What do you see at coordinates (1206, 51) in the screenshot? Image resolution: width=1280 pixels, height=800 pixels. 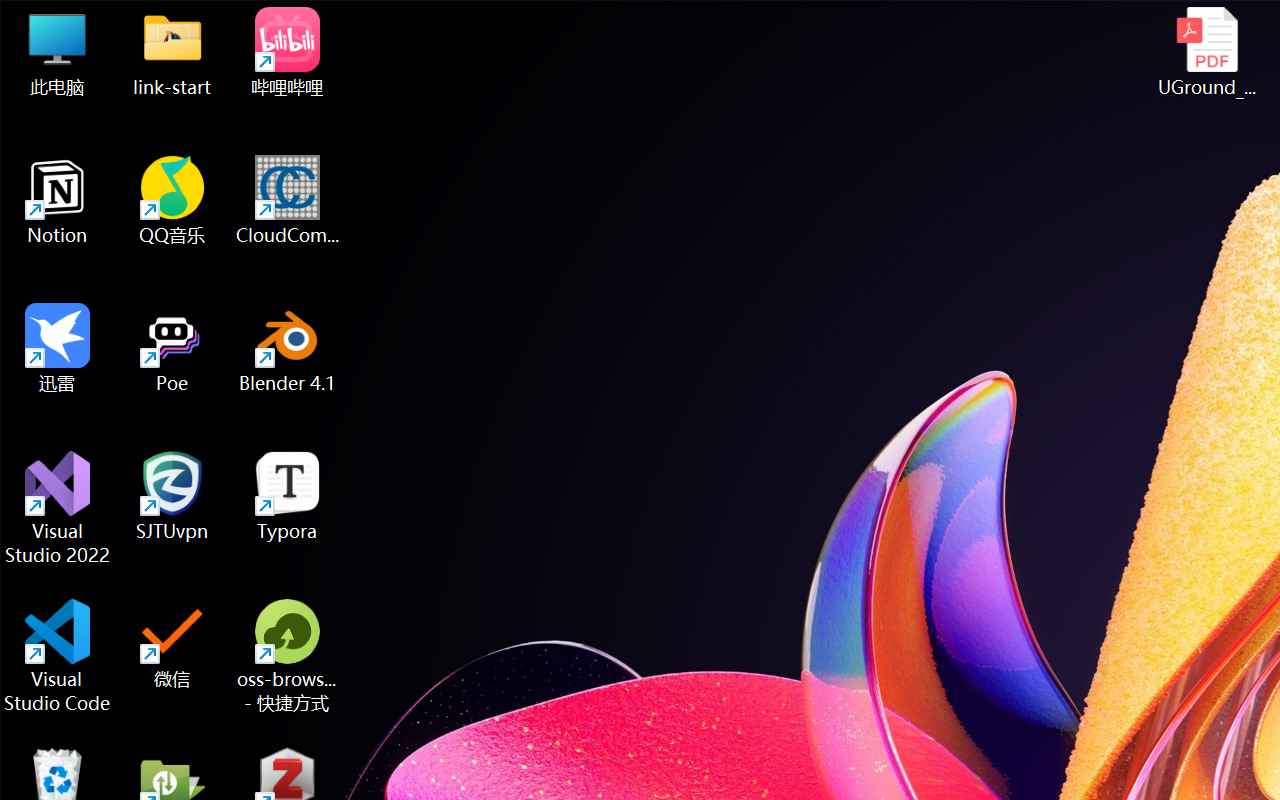 I see `'UGround_paper.pdf'` at bounding box center [1206, 51].